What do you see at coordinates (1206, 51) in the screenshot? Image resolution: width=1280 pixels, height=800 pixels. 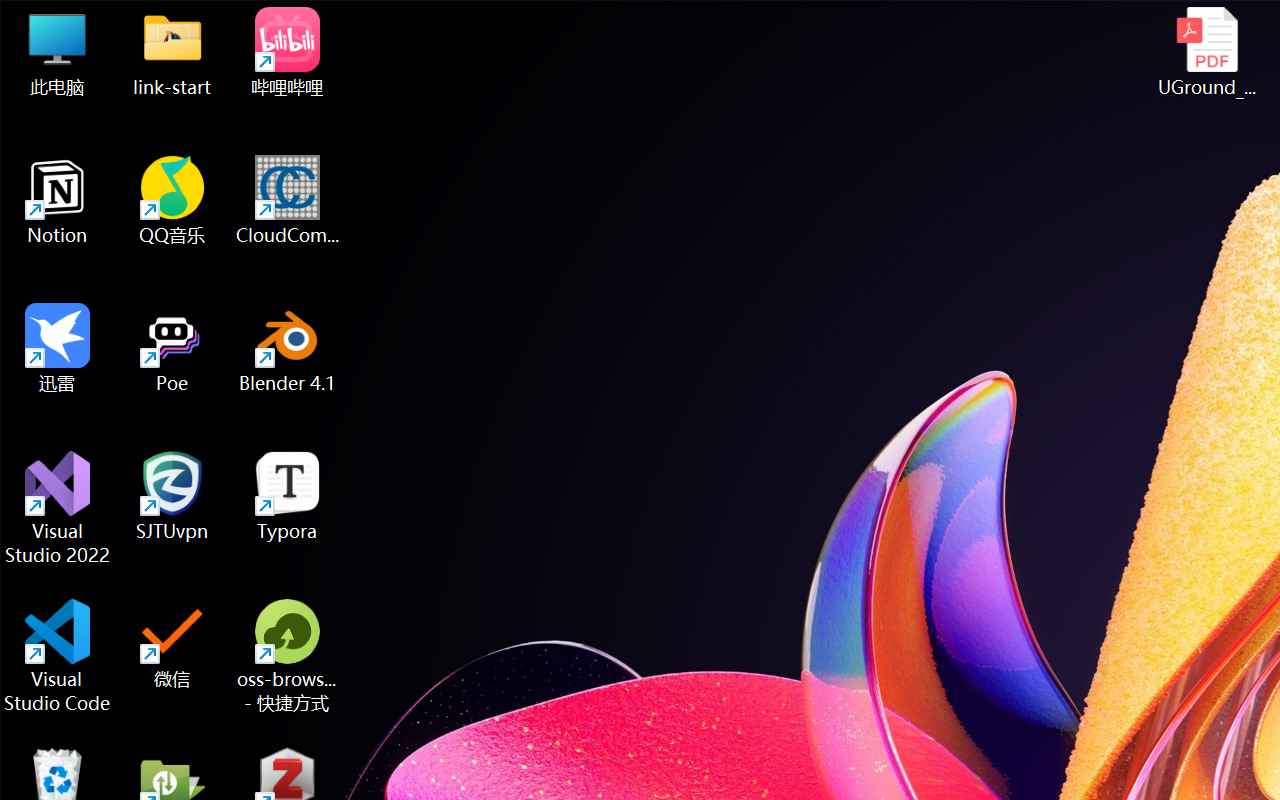 I see `'UGround_paper.pdf'` at bounding box center [1206, 51].